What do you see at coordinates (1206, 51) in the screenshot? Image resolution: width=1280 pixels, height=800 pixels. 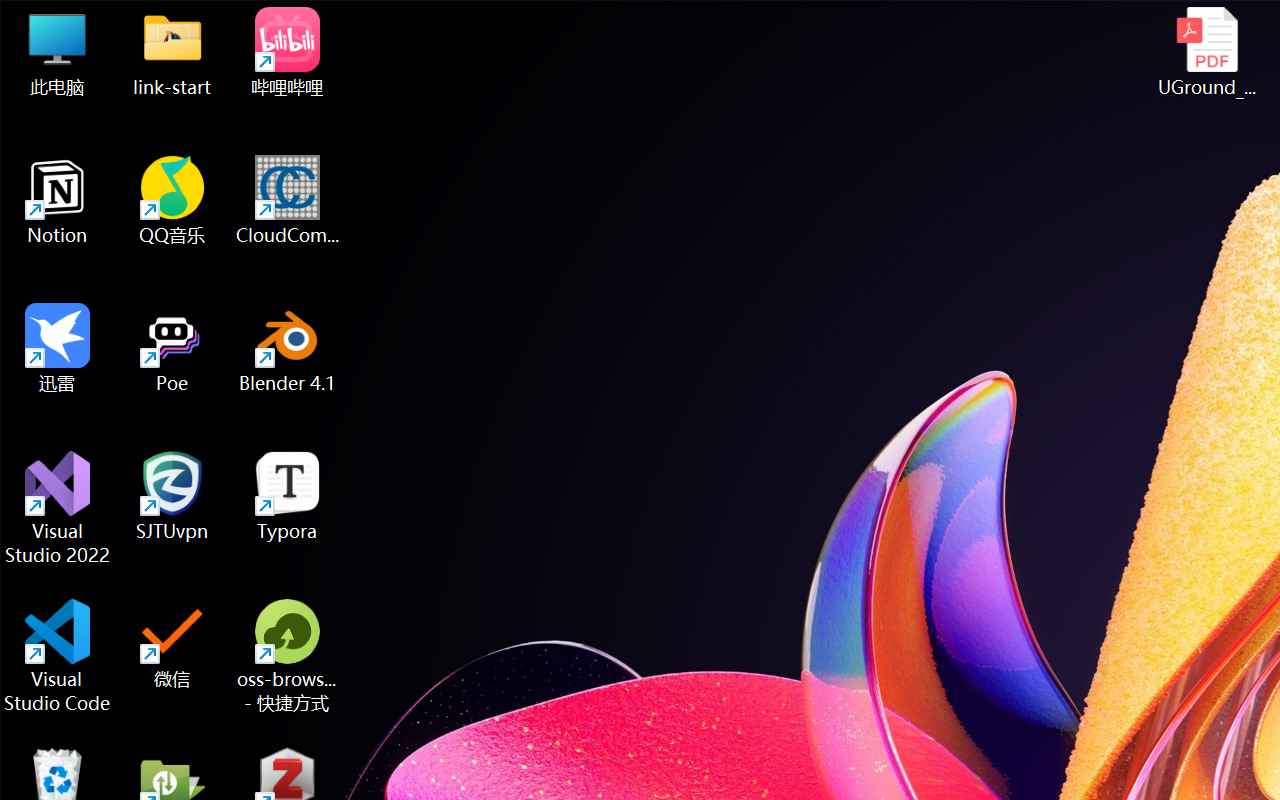 I see `'UGround_paper.pdf'` at bounding box center [1206, 51].